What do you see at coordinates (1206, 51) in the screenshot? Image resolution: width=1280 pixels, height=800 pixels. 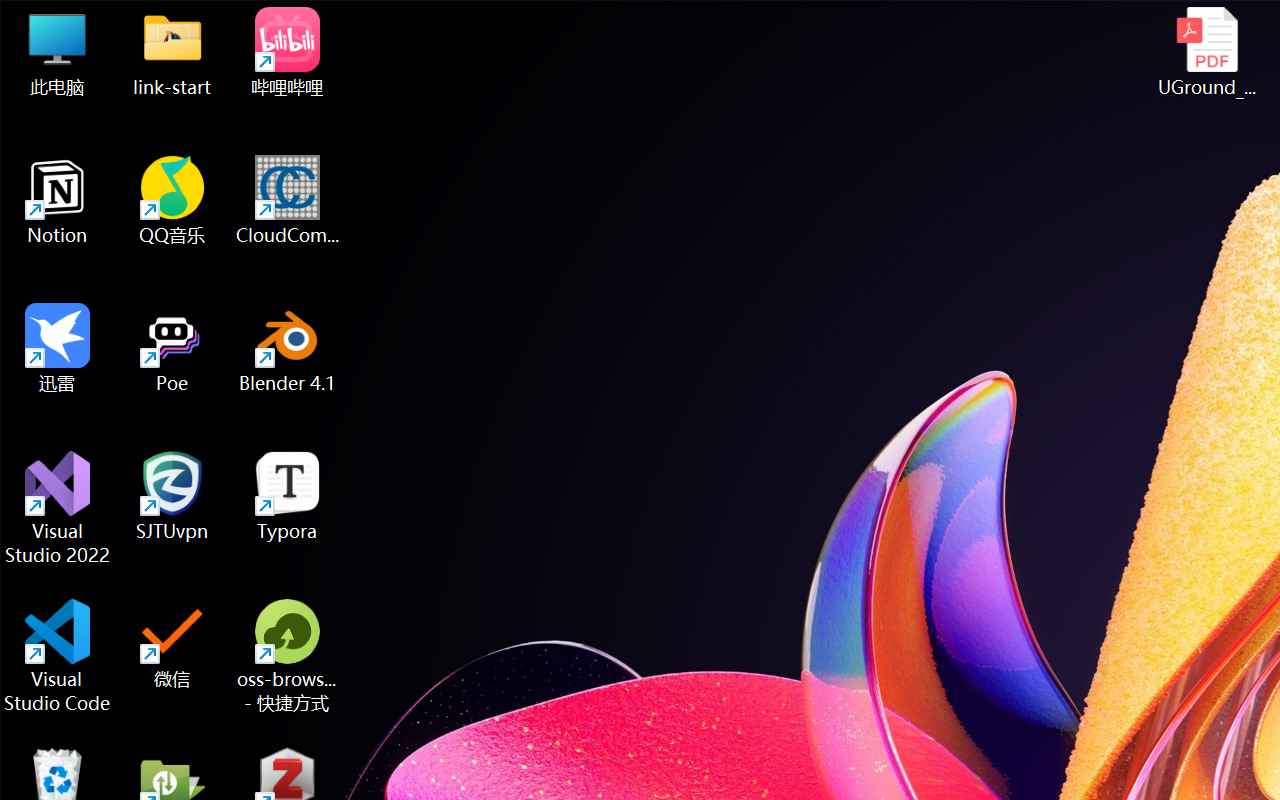 I see `'UGround_paper.pdf'` at bounding box center [1206, 51].